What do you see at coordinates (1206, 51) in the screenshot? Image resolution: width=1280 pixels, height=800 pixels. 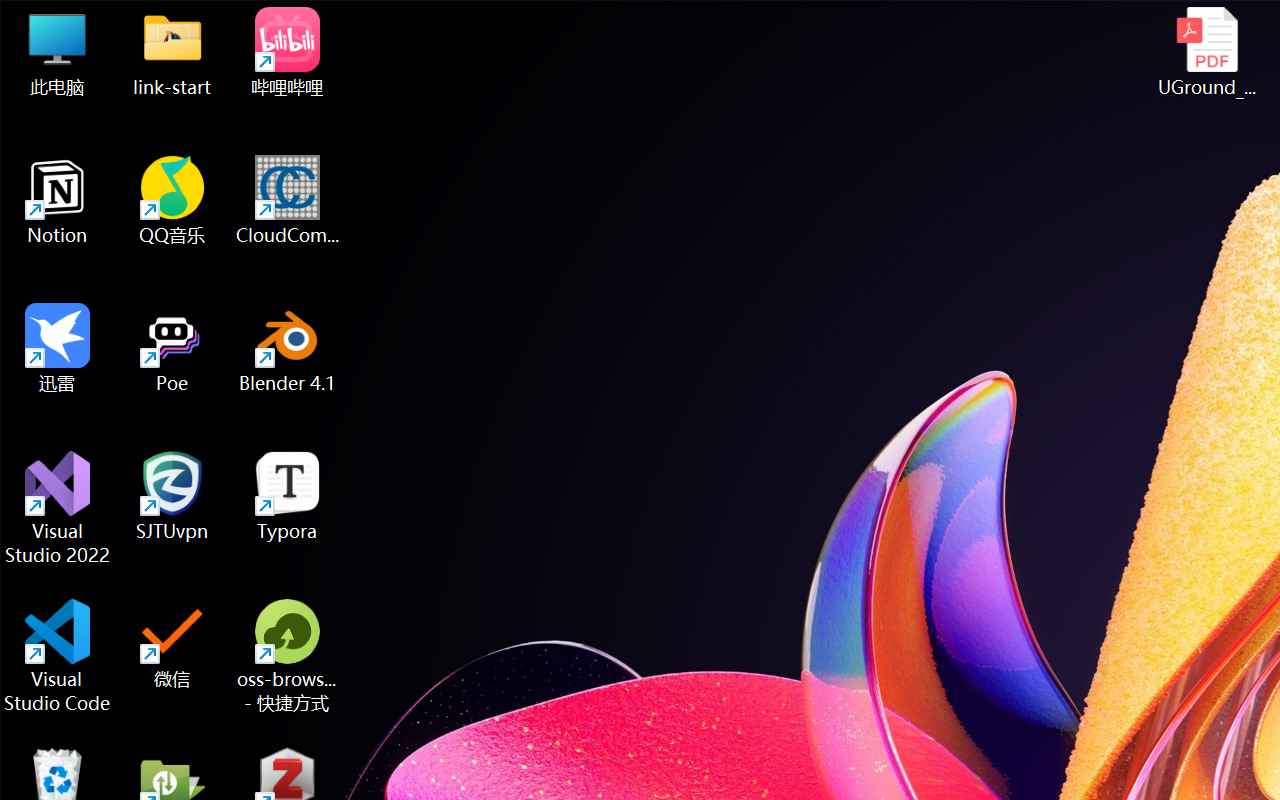 I see `'UGround_paper.pdf'` at bounding box center [1206, 51].